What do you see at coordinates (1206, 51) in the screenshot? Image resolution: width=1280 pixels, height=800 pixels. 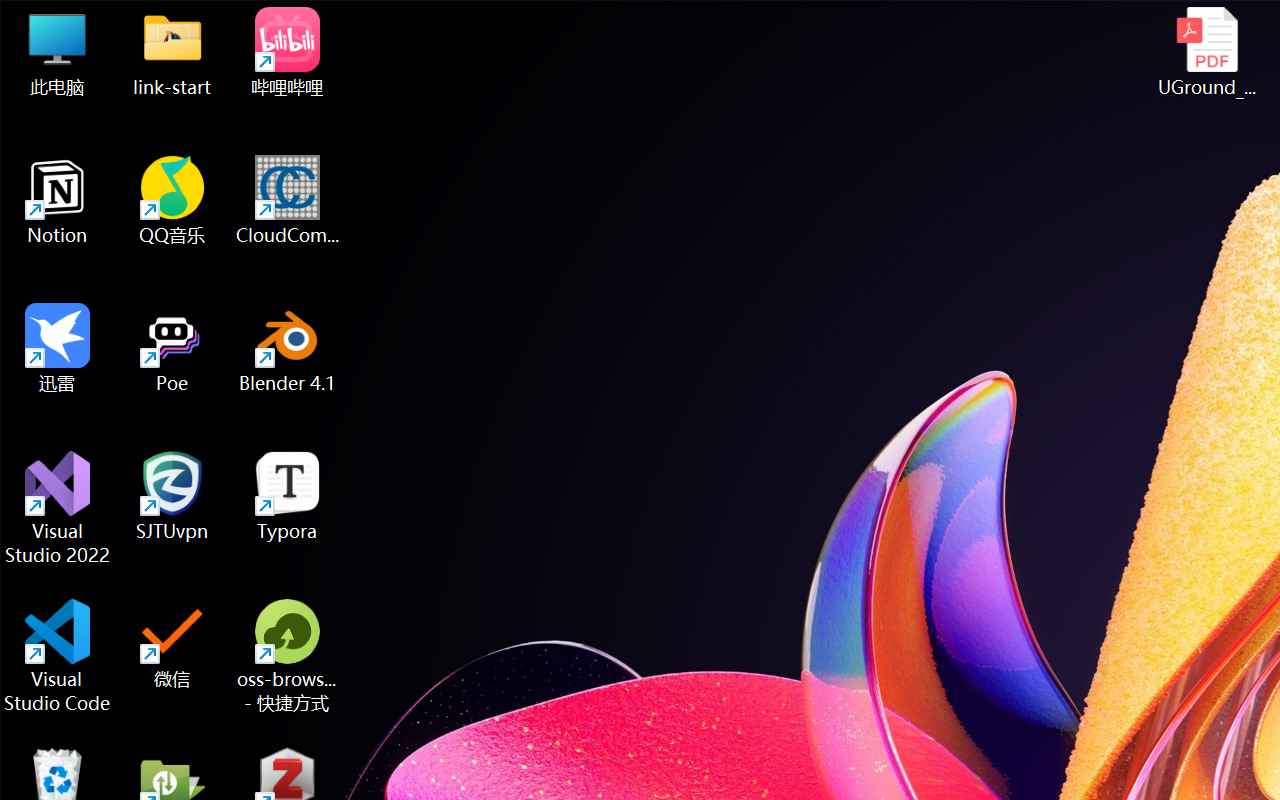 I see `'UGround_paper.pdf'` at bounding box center [1206, 51].